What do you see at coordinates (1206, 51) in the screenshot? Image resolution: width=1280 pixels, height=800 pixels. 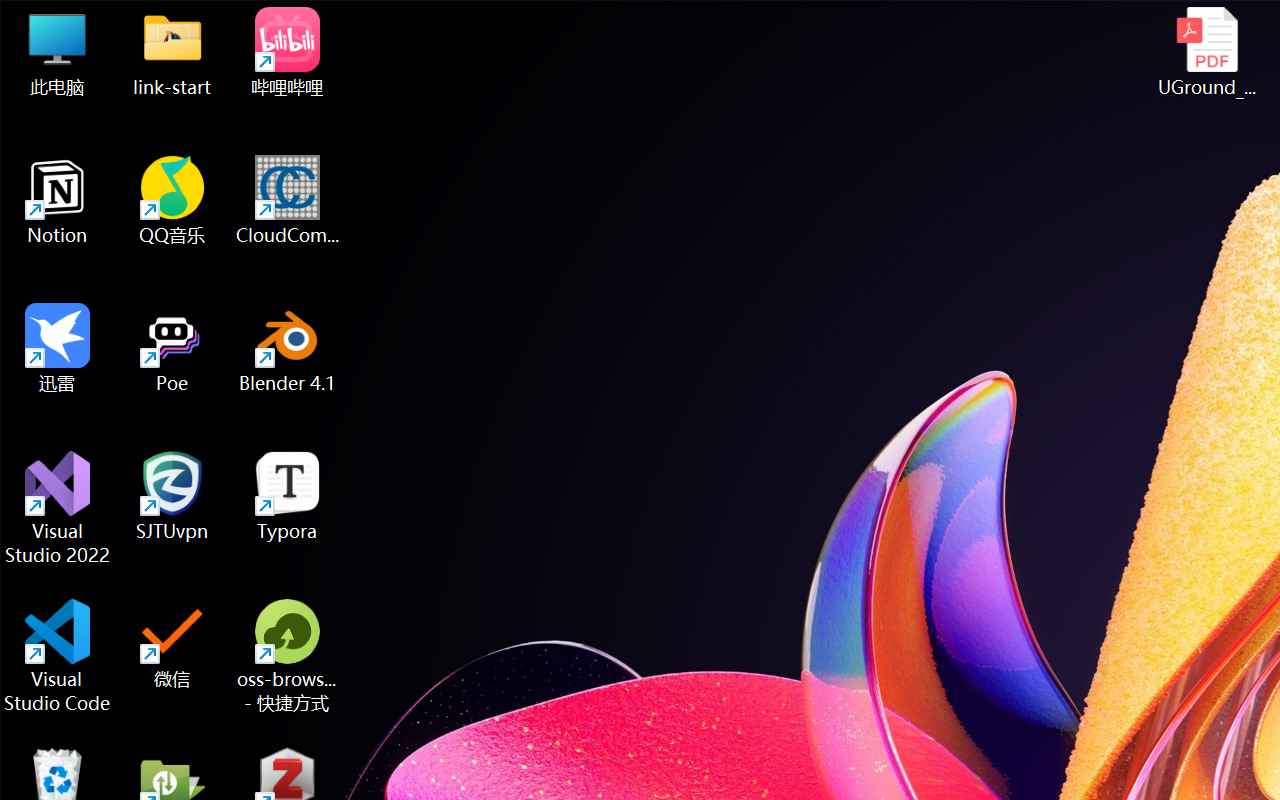 I see `'UGround_paper.pdf'` at bounding box center [1206, 51].